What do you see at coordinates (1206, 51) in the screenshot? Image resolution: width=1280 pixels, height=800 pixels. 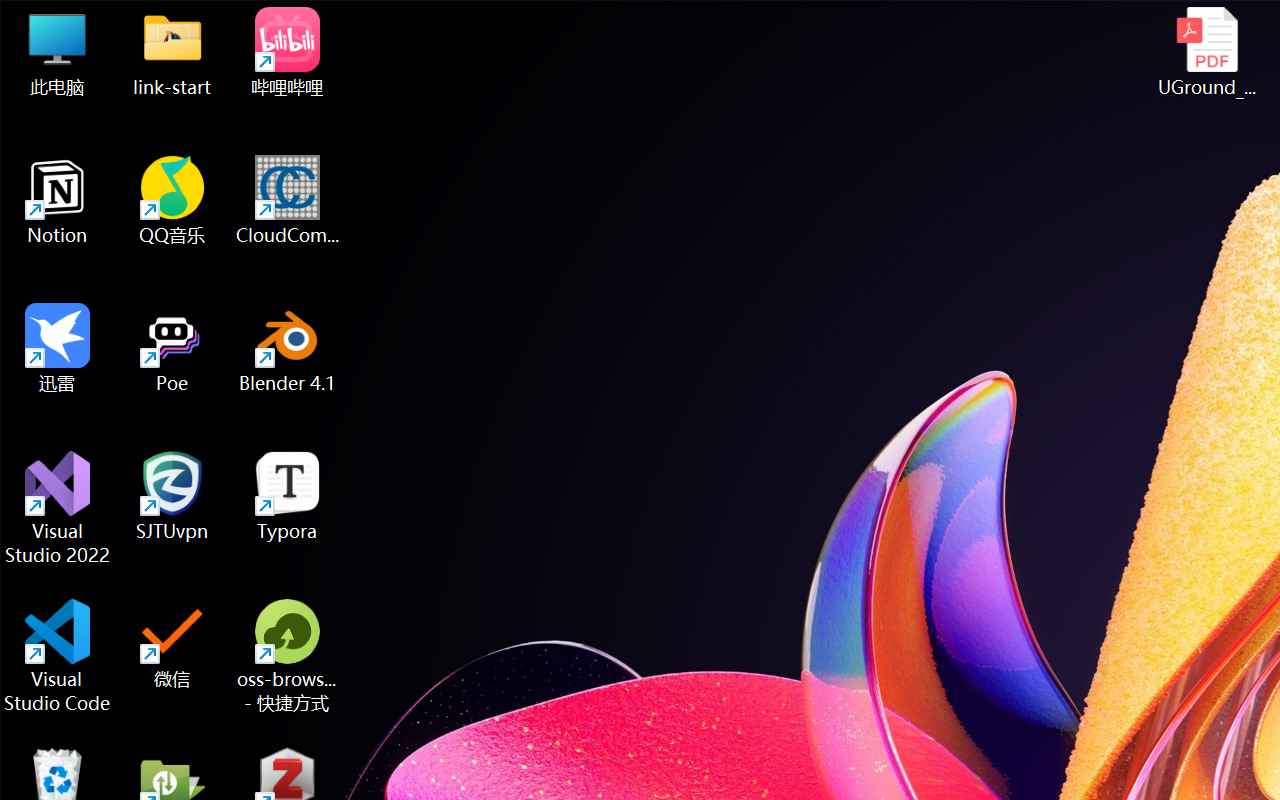 I see `'UGround_paper.pdf'` at bounding box center [1206, 51].